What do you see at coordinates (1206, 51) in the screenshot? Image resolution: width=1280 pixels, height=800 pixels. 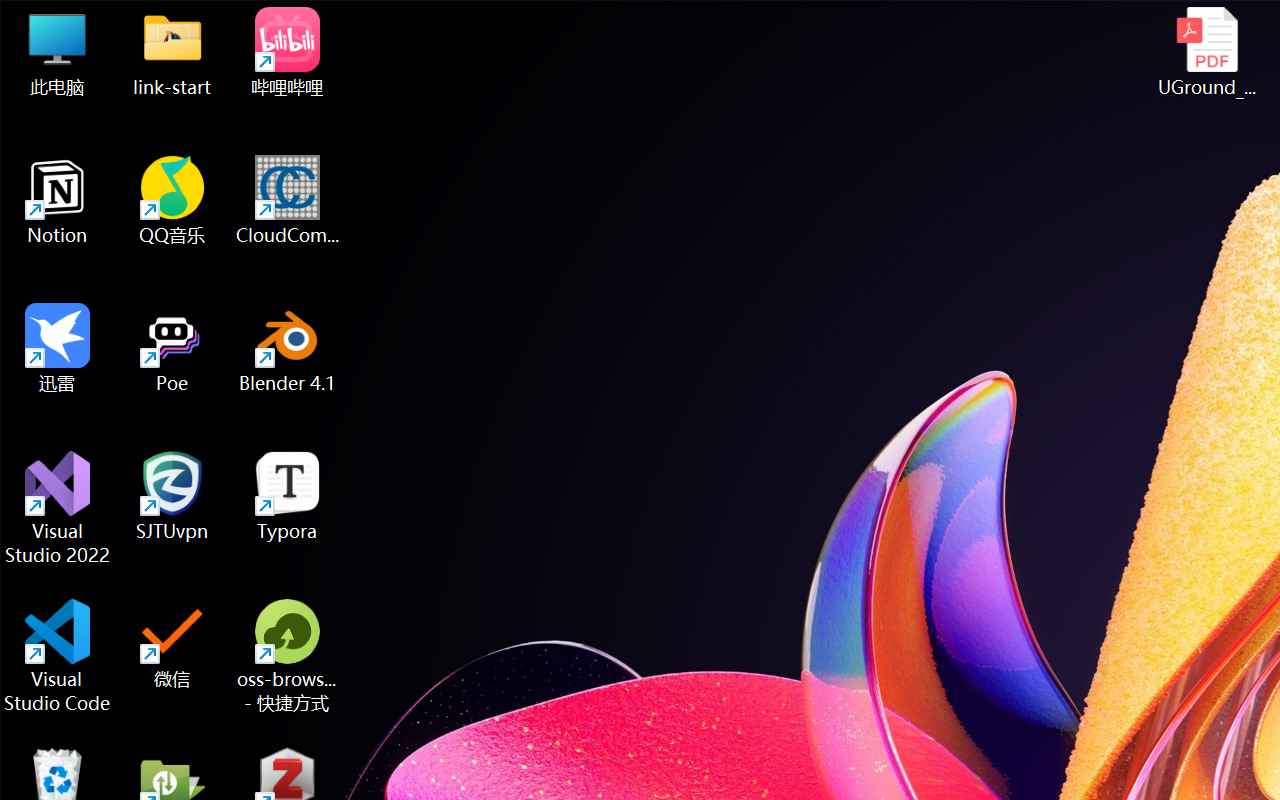 I see `'UGround_paper.pdf'` at bounding box center [1206, 51].